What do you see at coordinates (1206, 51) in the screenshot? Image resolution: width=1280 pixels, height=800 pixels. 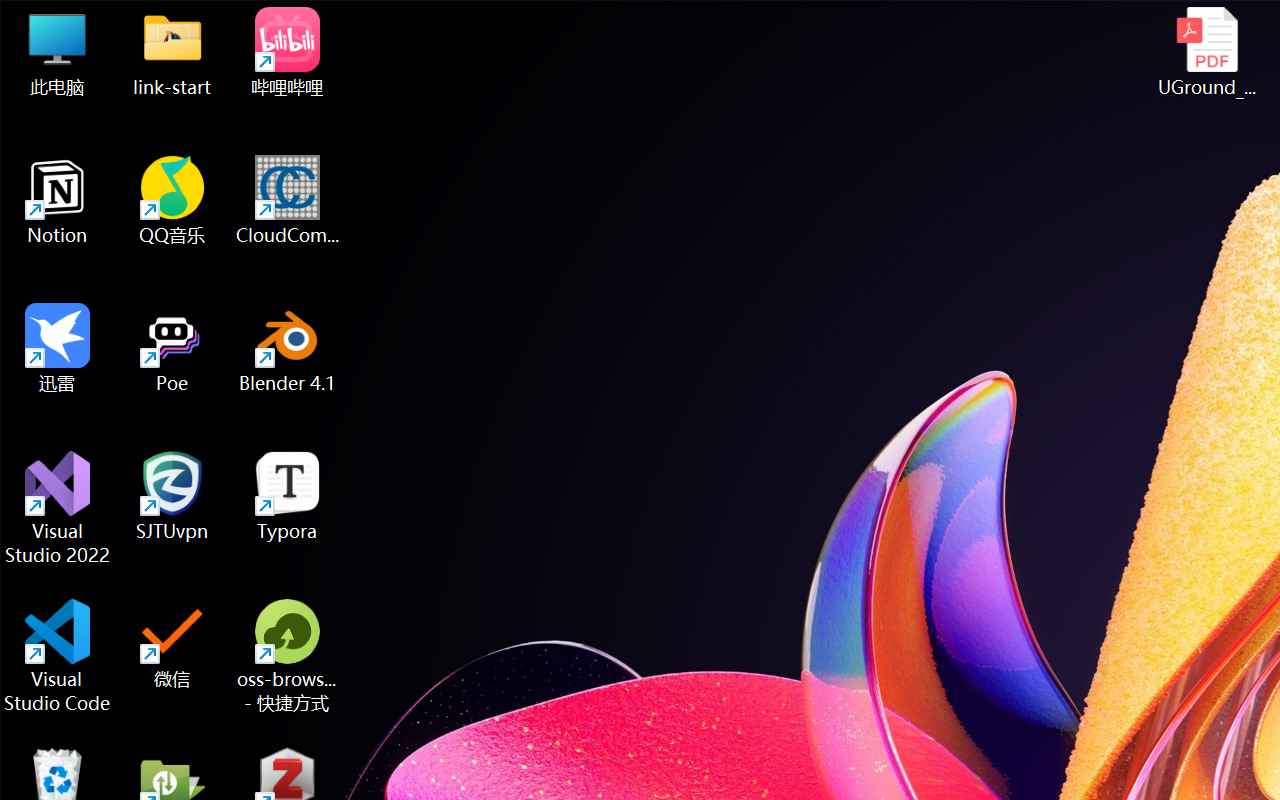 I see `'UGround_paper.pdf'` at bounding box center [1206, 51].